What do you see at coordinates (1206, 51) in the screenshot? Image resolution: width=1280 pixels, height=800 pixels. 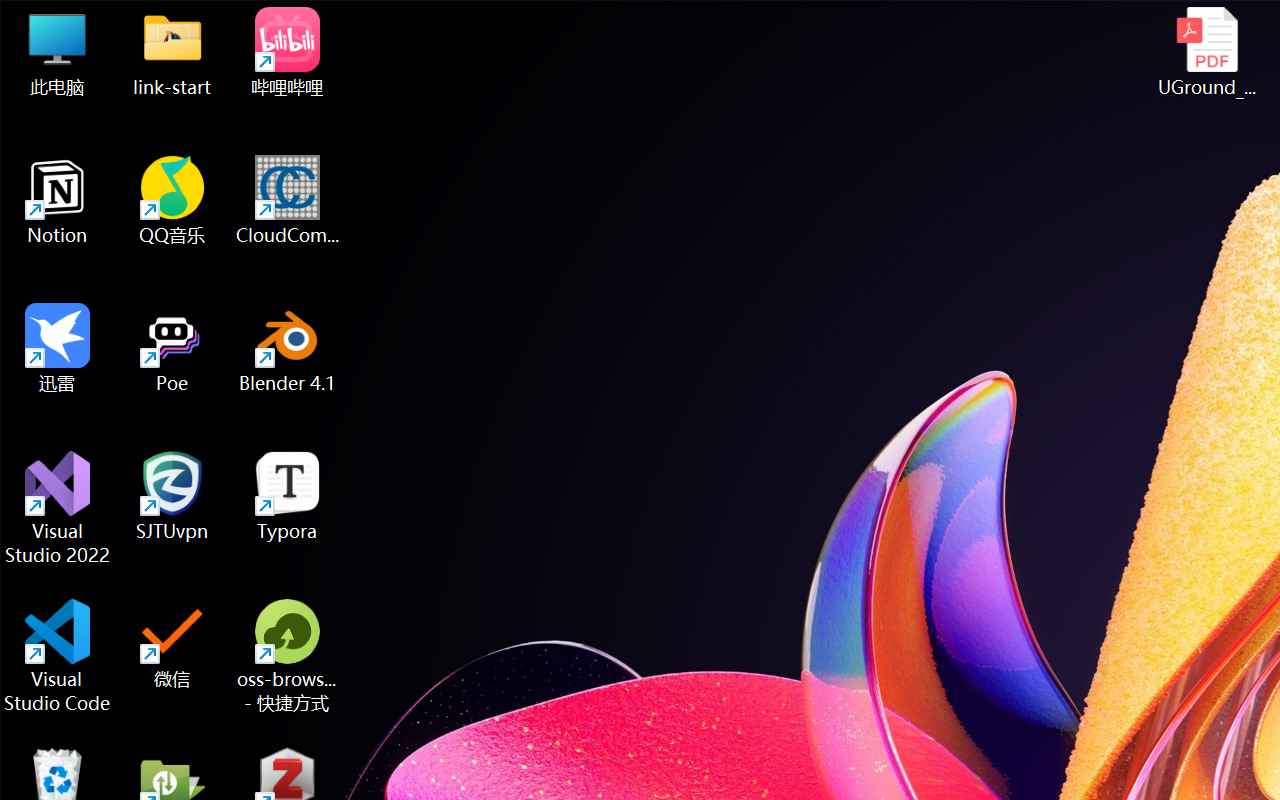 I see `'UGround_paper.pdf'` at bounding box center [1206, 51].